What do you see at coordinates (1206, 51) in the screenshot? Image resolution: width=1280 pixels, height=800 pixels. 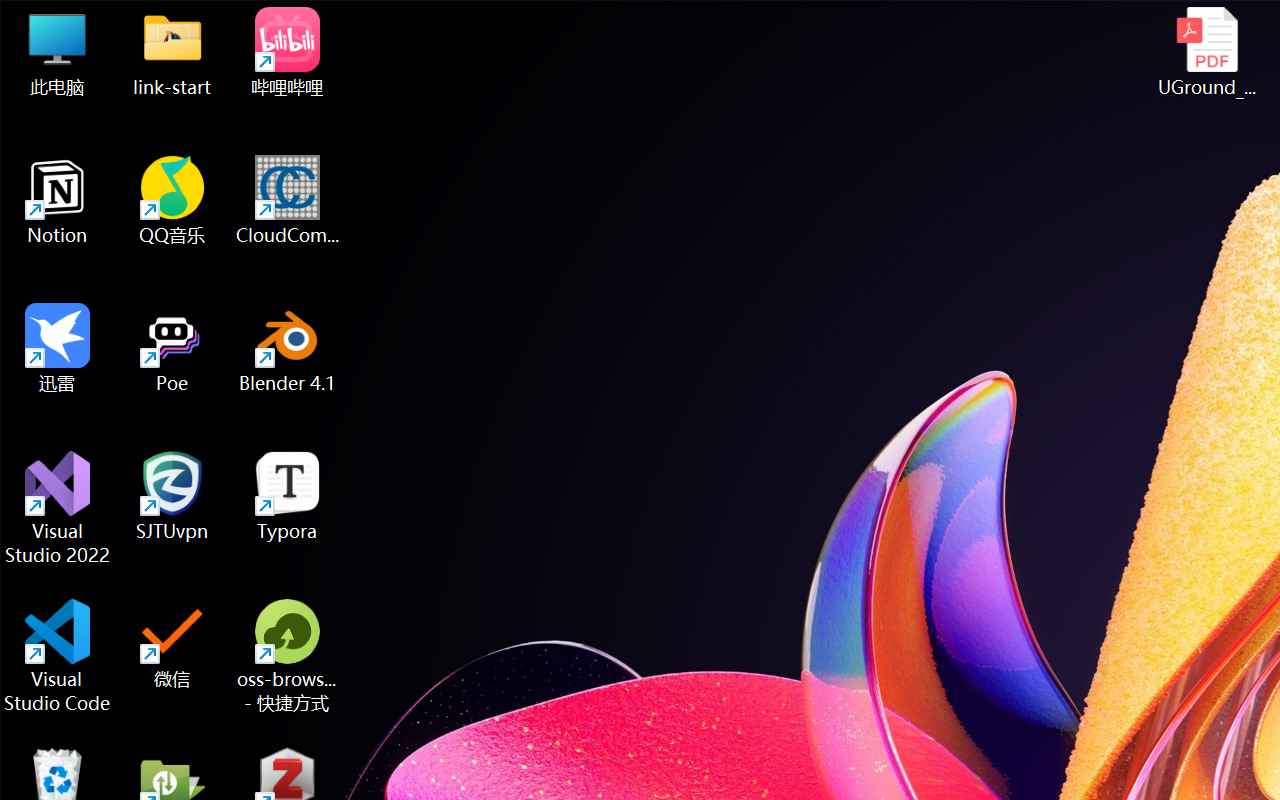 I see `'UGround_paper.pdf'` at bounding box center [1206, 51].